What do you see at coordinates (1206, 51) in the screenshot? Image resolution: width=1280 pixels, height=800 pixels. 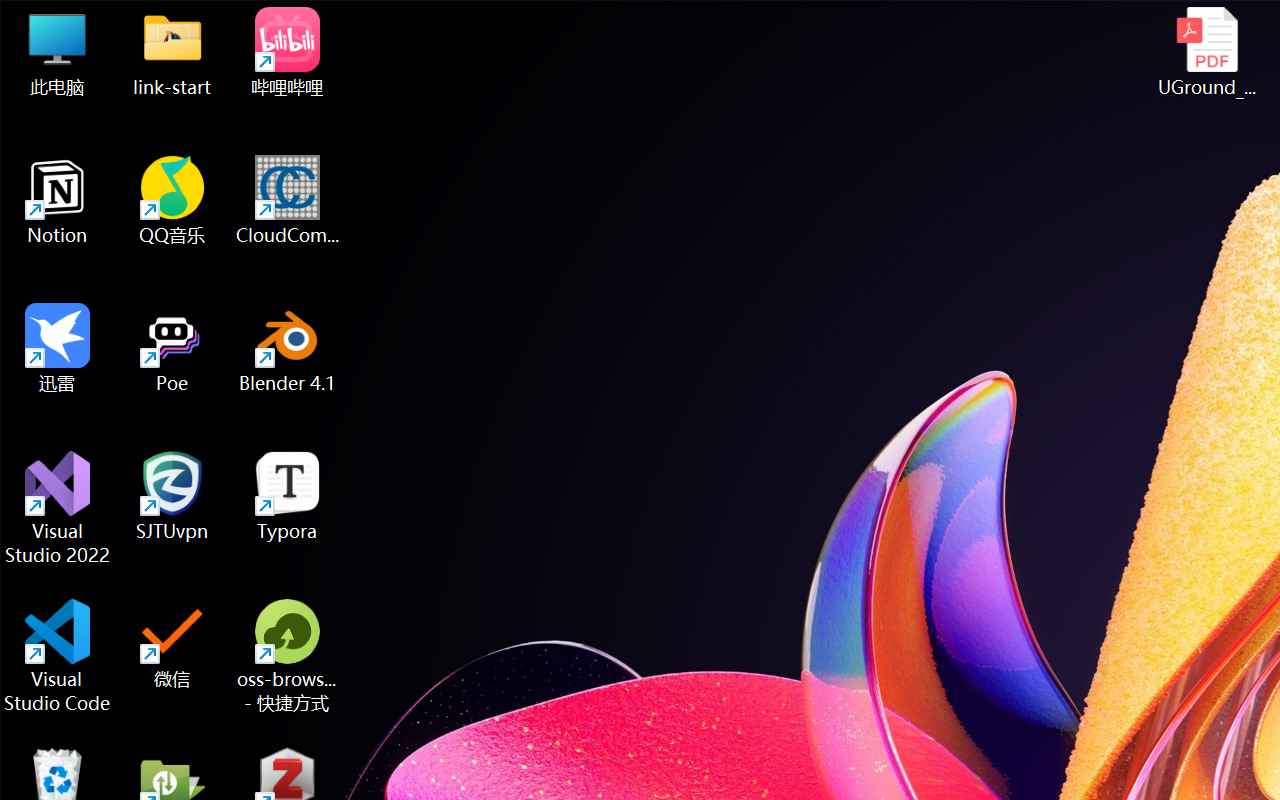 I see `'UGround_paper.pdf'` at bounding box center [1206, 51].